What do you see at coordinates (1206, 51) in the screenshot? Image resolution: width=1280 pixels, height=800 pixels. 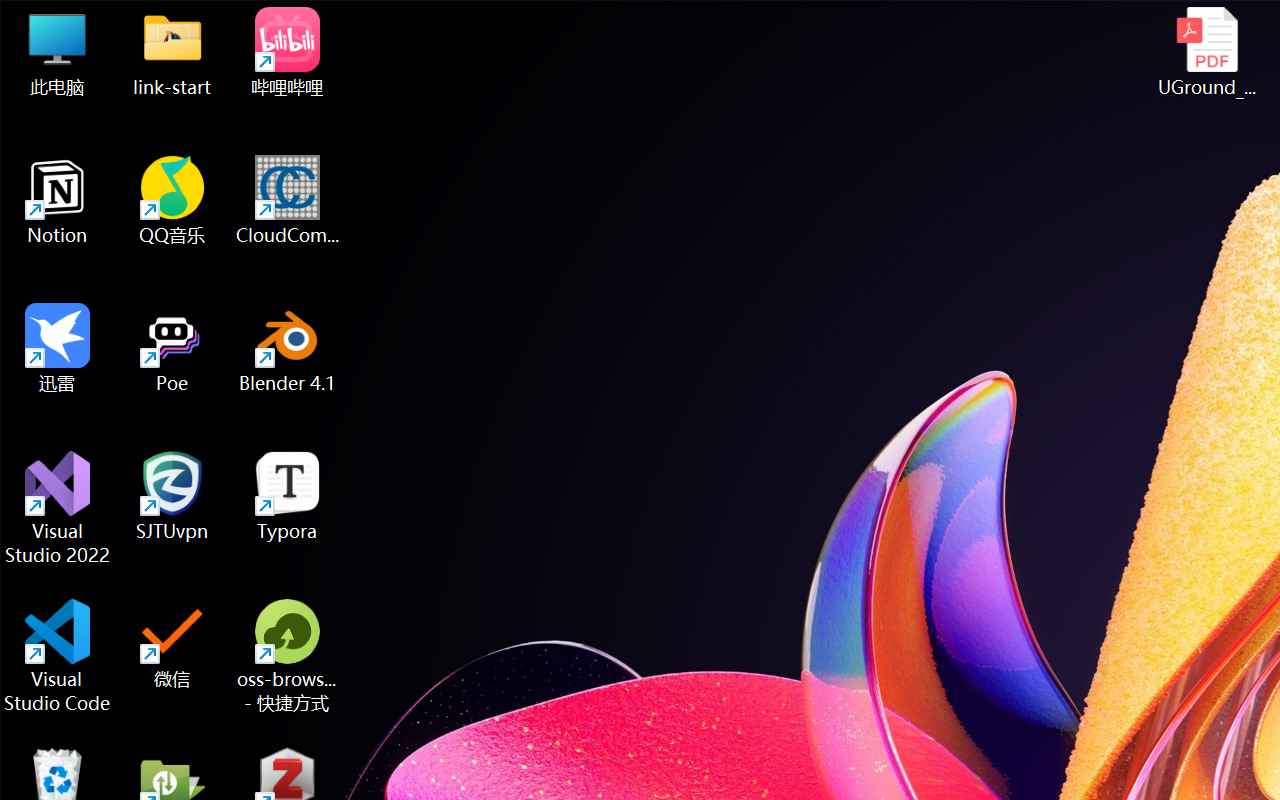 I see `'UGround_paper.pdf'` at bounding box center [1206, 51].